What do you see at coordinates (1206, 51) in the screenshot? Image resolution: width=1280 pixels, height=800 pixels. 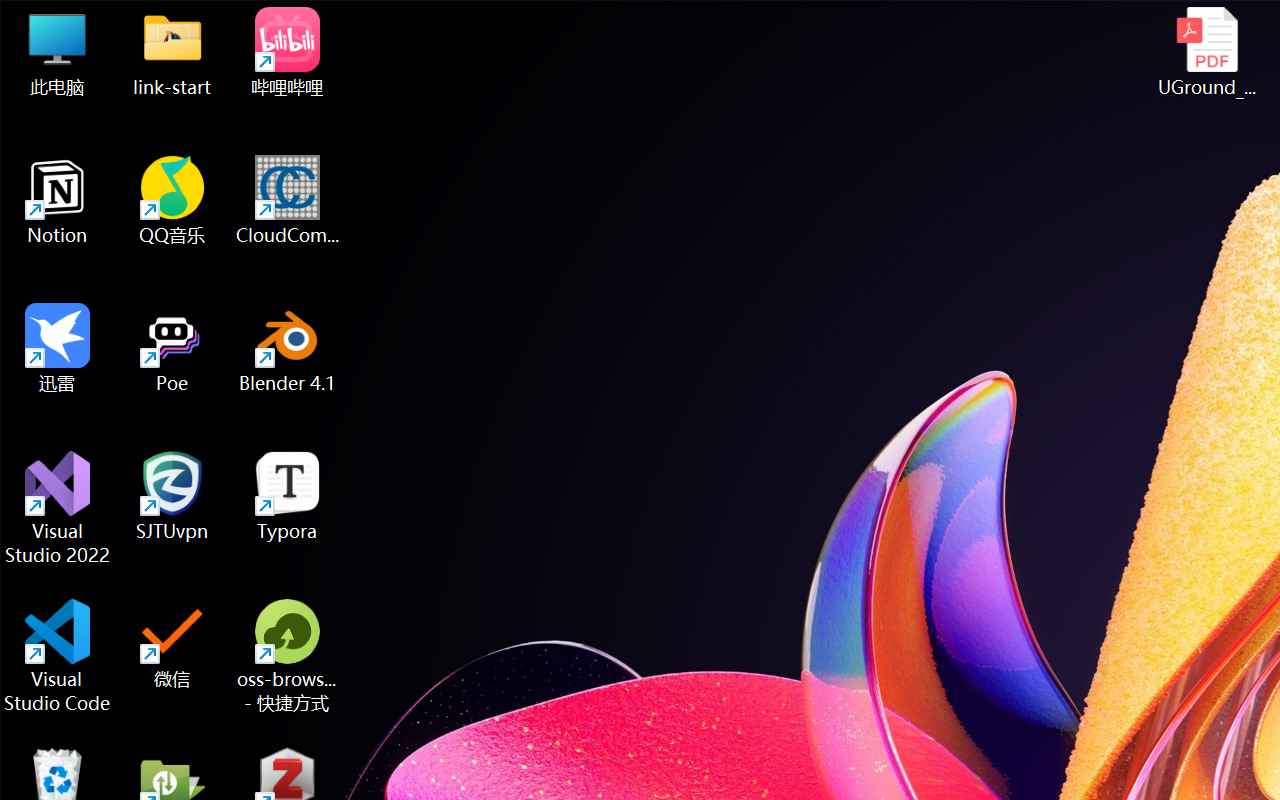 I see `'UGround_paper.pdf'` at bounding box center [1206, 51].